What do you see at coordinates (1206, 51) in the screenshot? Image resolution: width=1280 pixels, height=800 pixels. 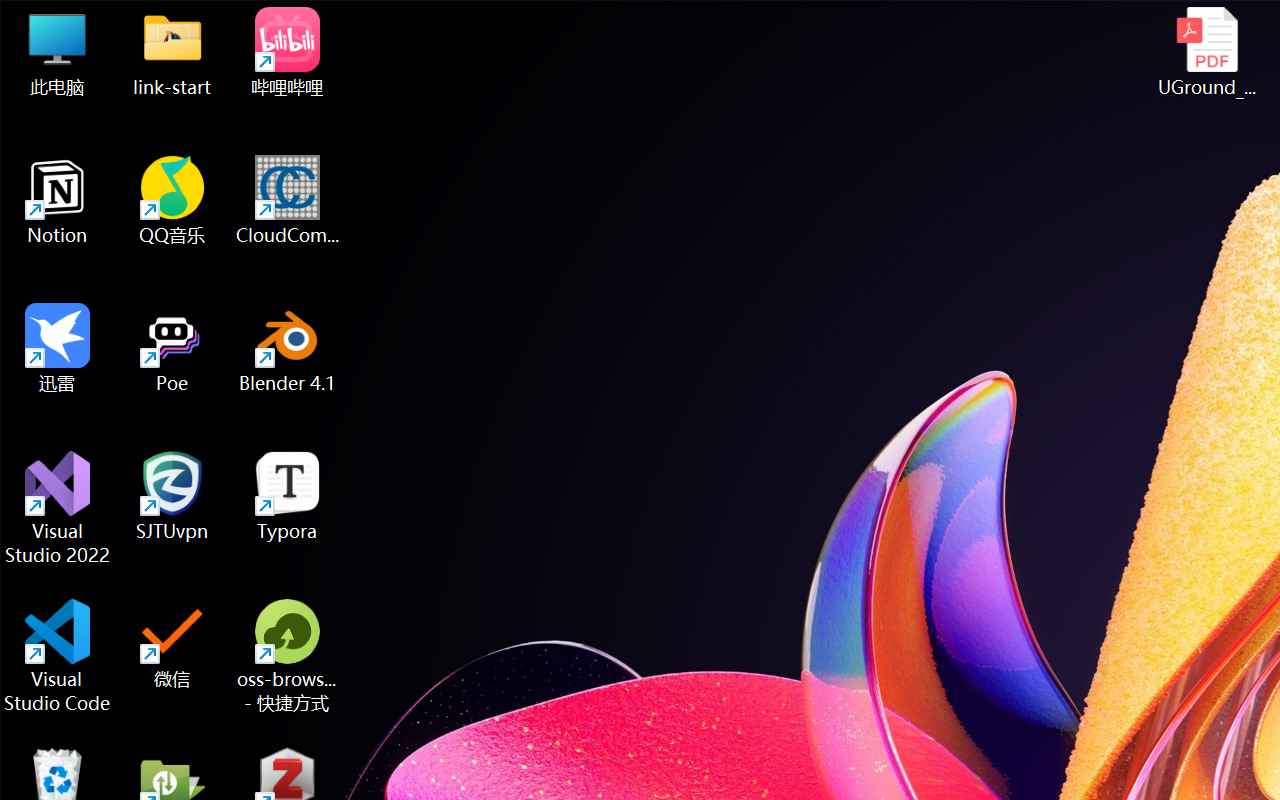 I see `'UGround_paper.pdf'` at bounding box center [1206, 51].